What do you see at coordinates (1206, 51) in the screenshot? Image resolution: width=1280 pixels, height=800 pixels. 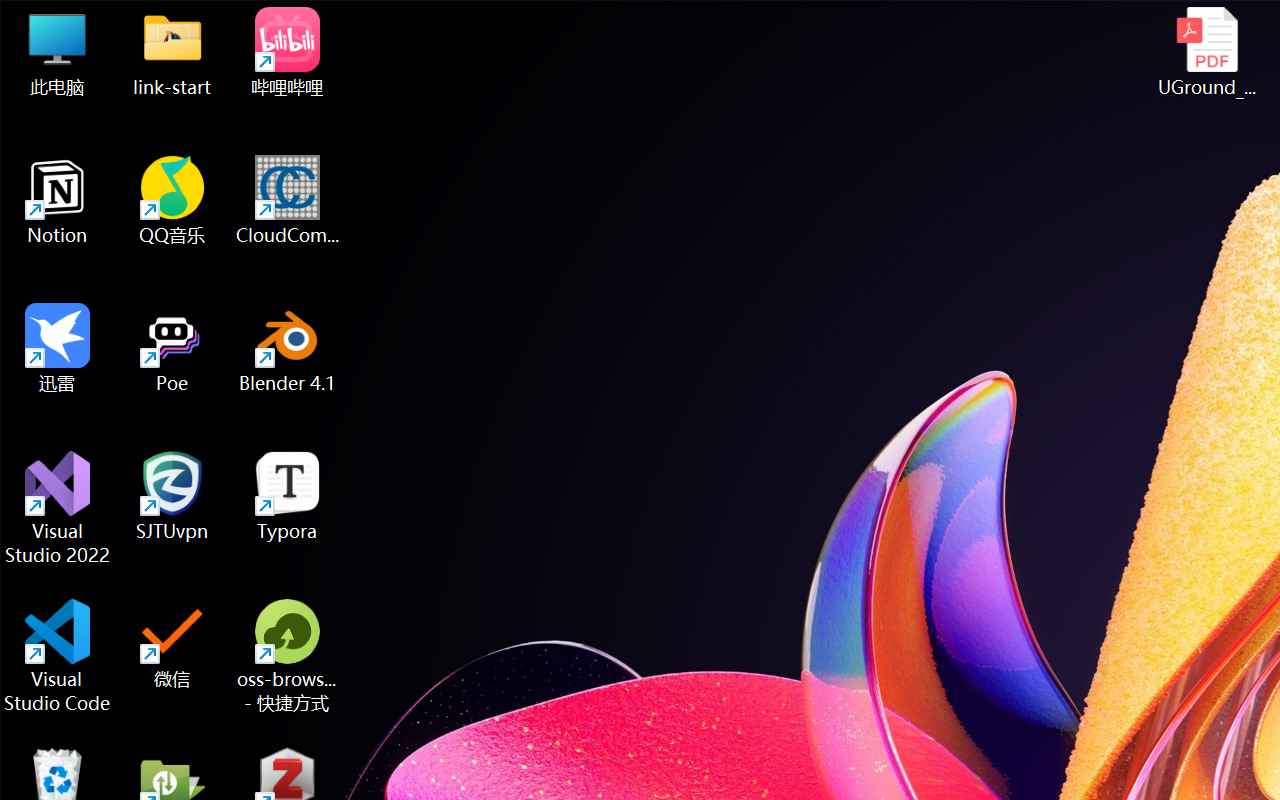 I see `'UGround_paper.pdf'` at bounding box center [1206, 51].